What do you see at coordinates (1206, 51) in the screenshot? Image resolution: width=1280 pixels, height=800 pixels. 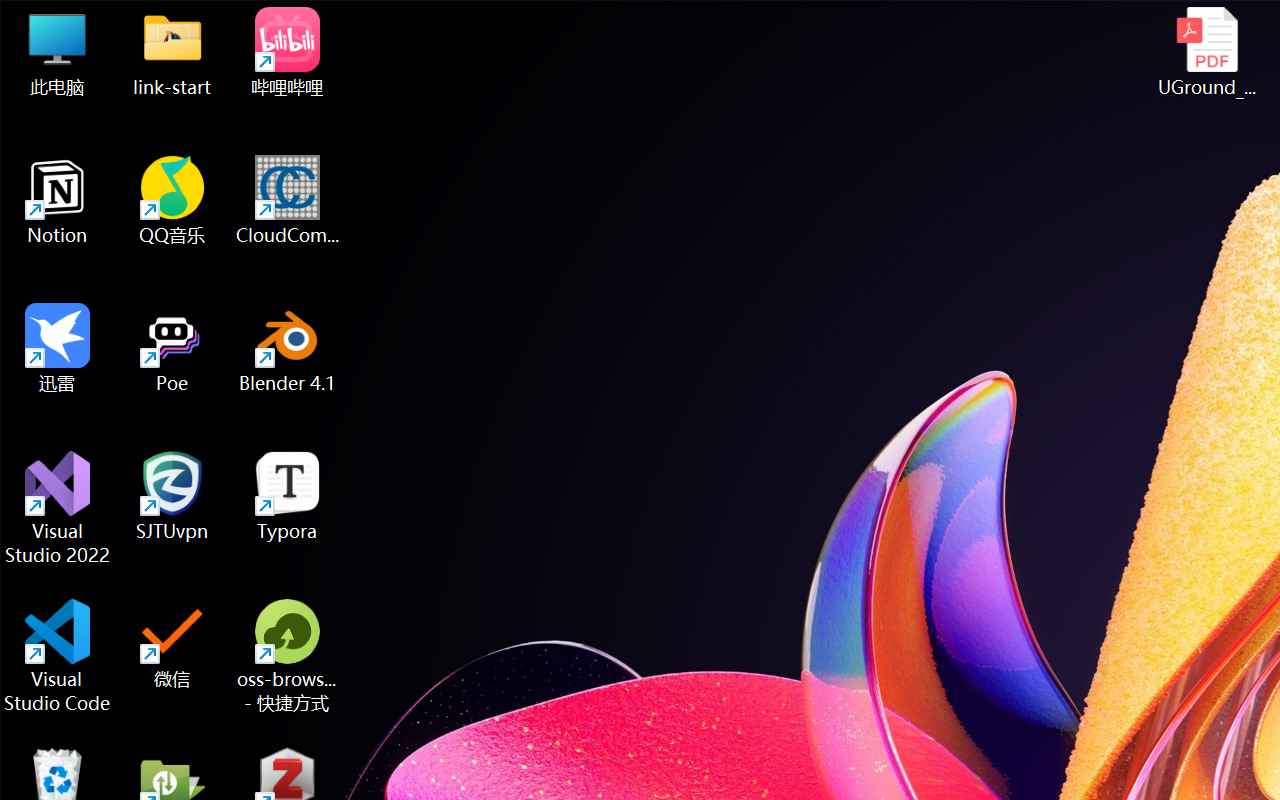 I see `'UGround_paper.pdf'` at bounding box center [1206, 51].